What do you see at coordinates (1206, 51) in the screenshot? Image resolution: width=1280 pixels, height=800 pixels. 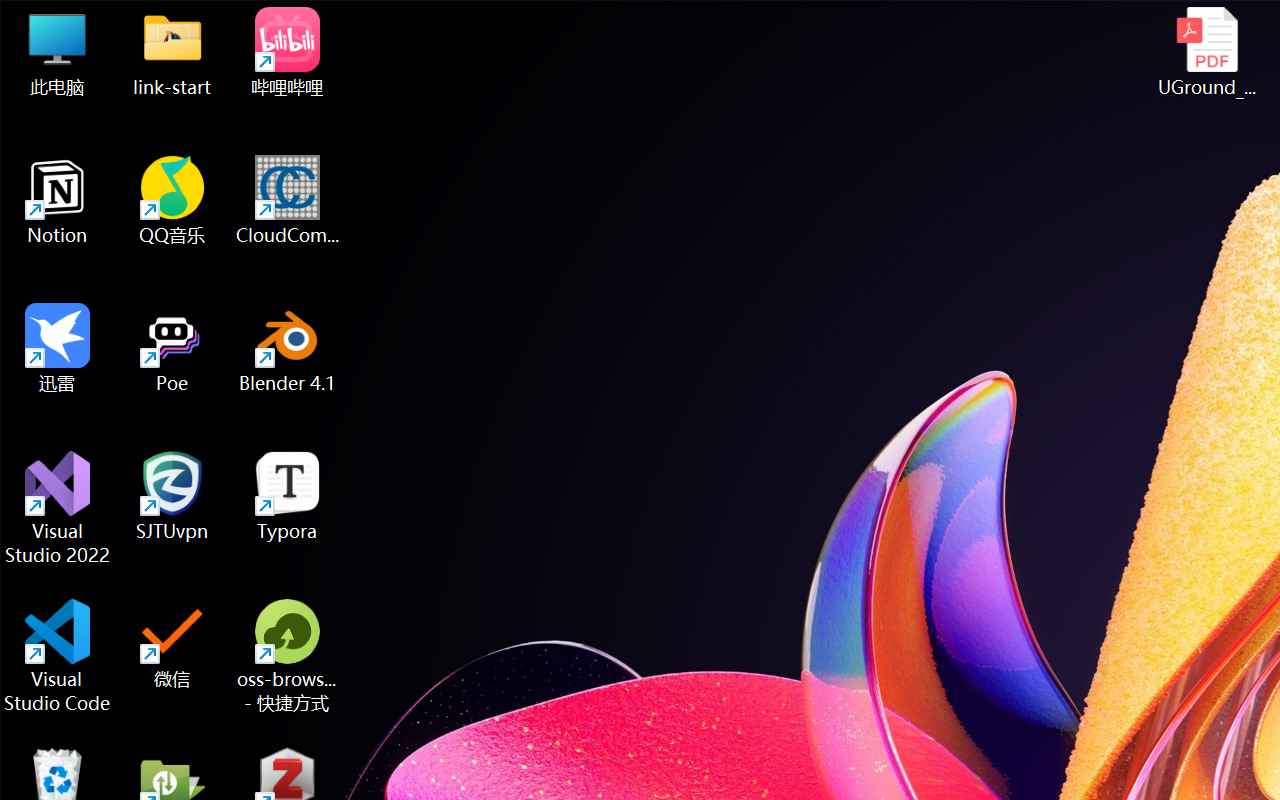 I see `'UGround_paper.pdf'` at bounding box center [1206, 51].